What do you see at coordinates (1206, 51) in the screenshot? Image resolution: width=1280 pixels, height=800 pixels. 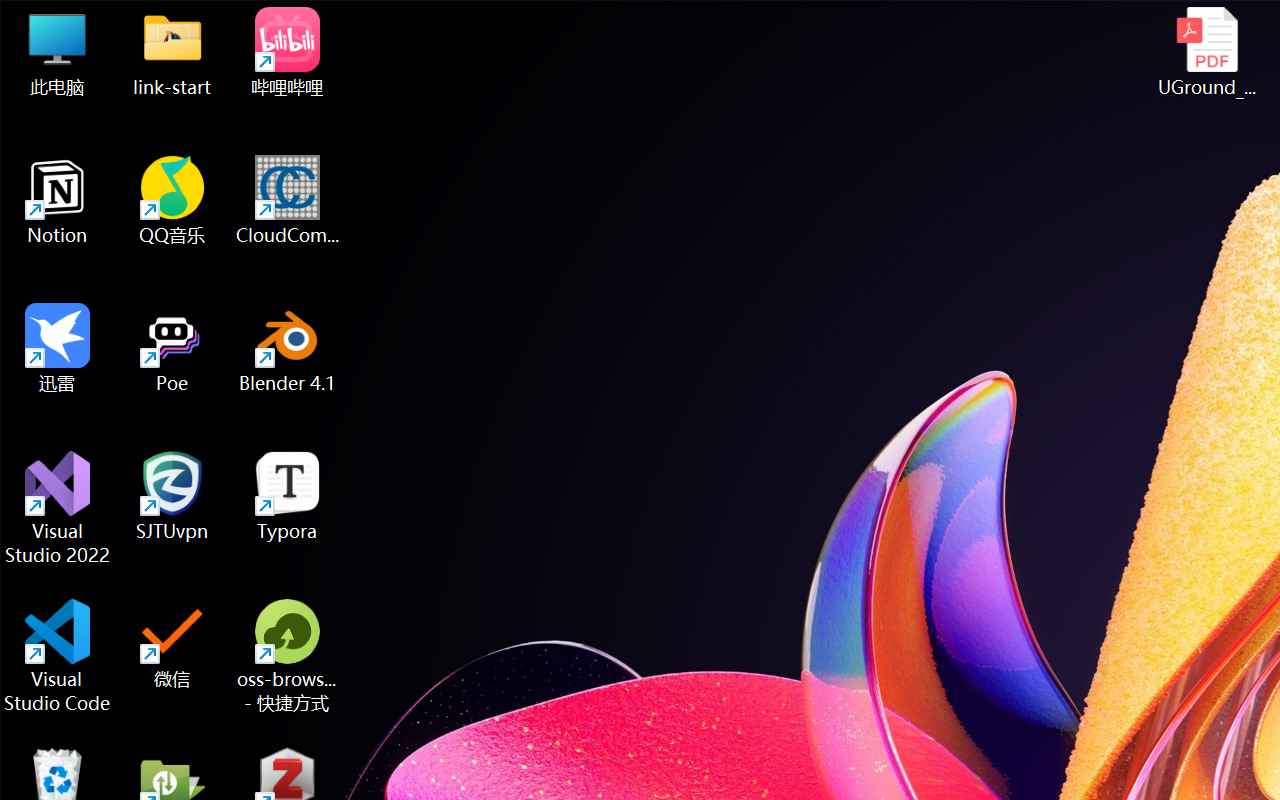 I see `'UGround_paper.pdf'` at bounding box center [1206, 51].